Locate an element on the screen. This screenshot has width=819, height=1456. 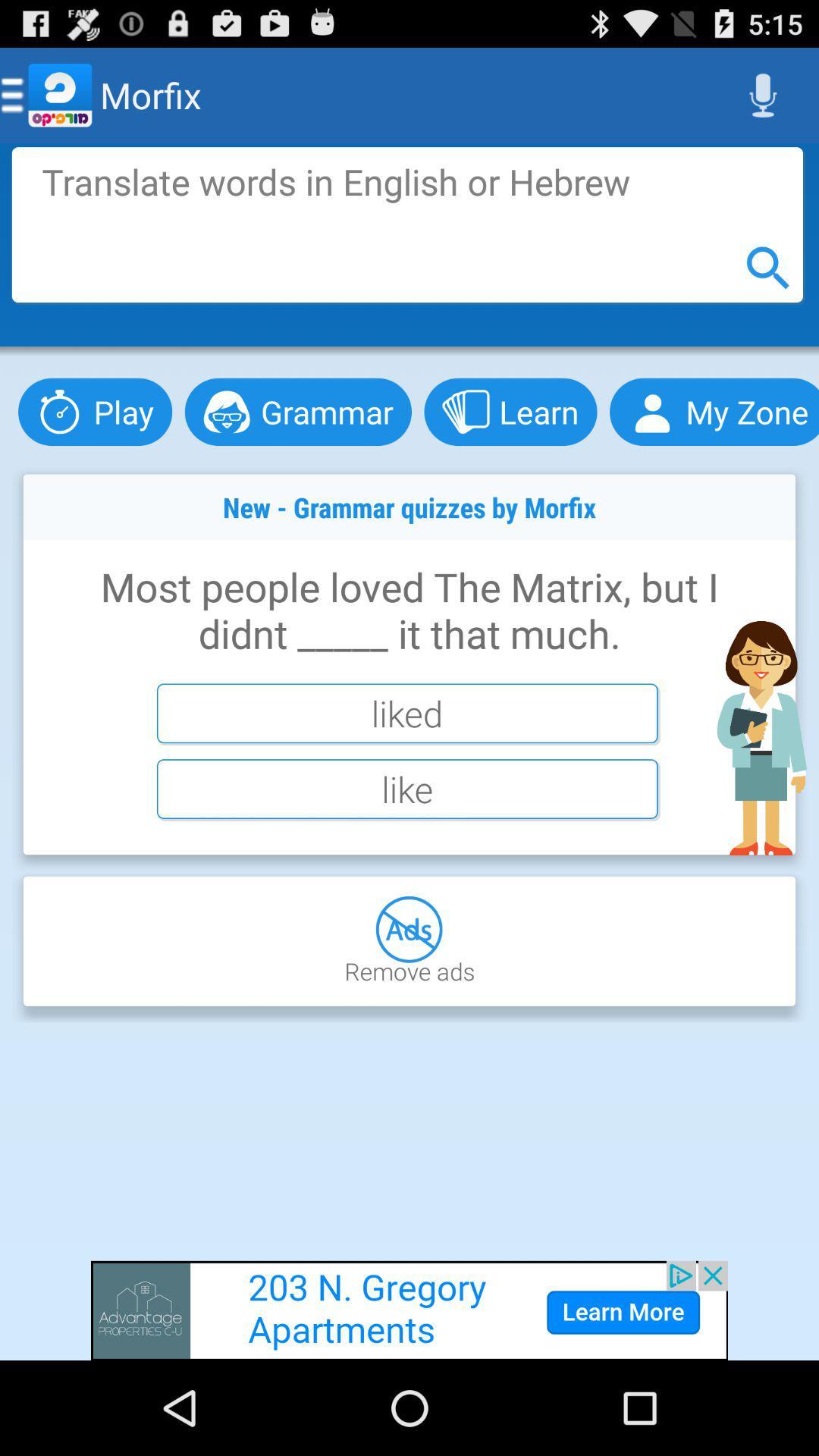
text is located at coordinates (406, 224).